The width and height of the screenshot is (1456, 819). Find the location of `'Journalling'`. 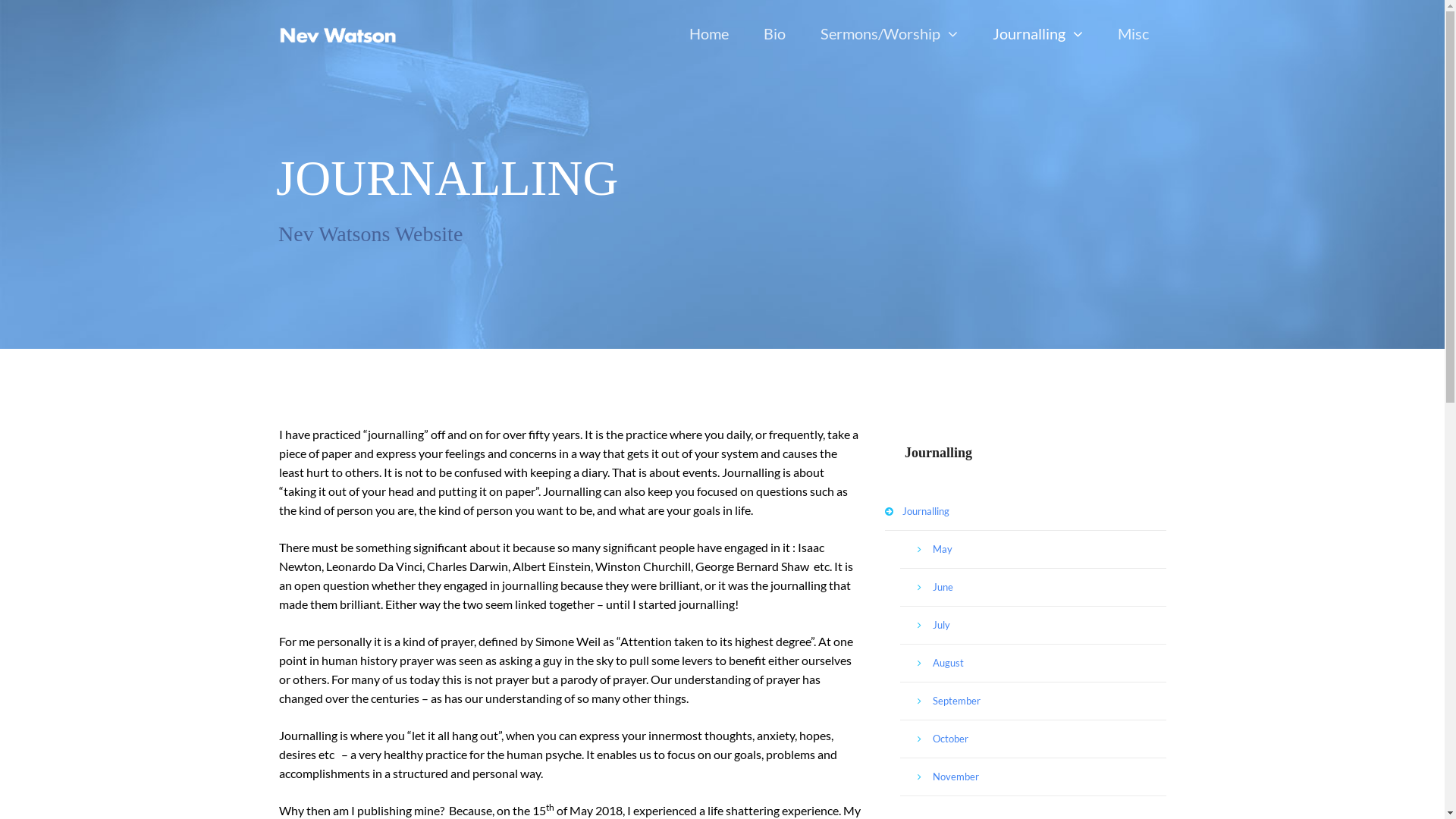

'Journalling' is located at coordinates (1025, 512).